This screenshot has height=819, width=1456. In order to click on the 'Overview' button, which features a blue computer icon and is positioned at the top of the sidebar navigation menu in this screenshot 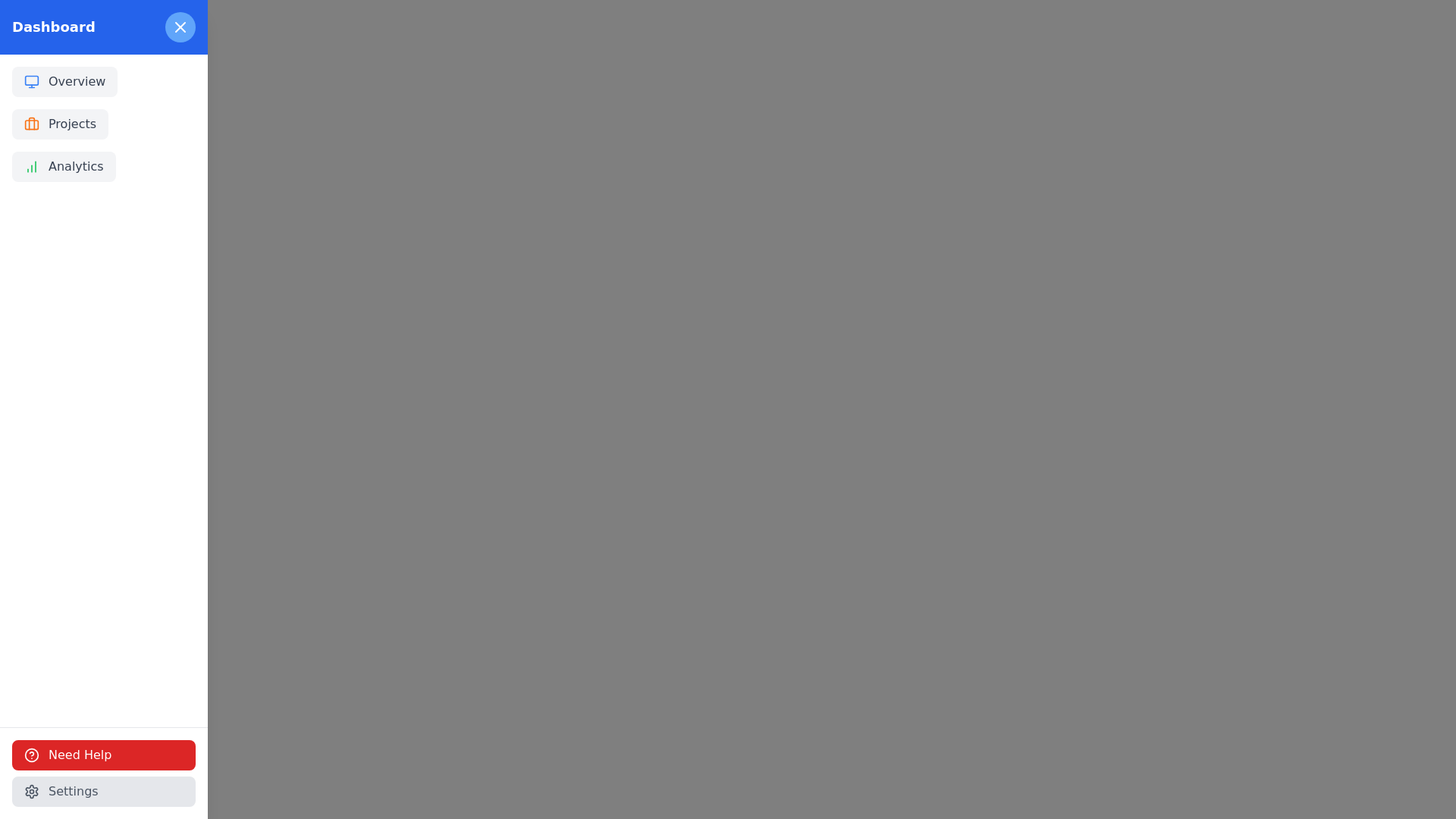, I will do `click(64, 82)`.